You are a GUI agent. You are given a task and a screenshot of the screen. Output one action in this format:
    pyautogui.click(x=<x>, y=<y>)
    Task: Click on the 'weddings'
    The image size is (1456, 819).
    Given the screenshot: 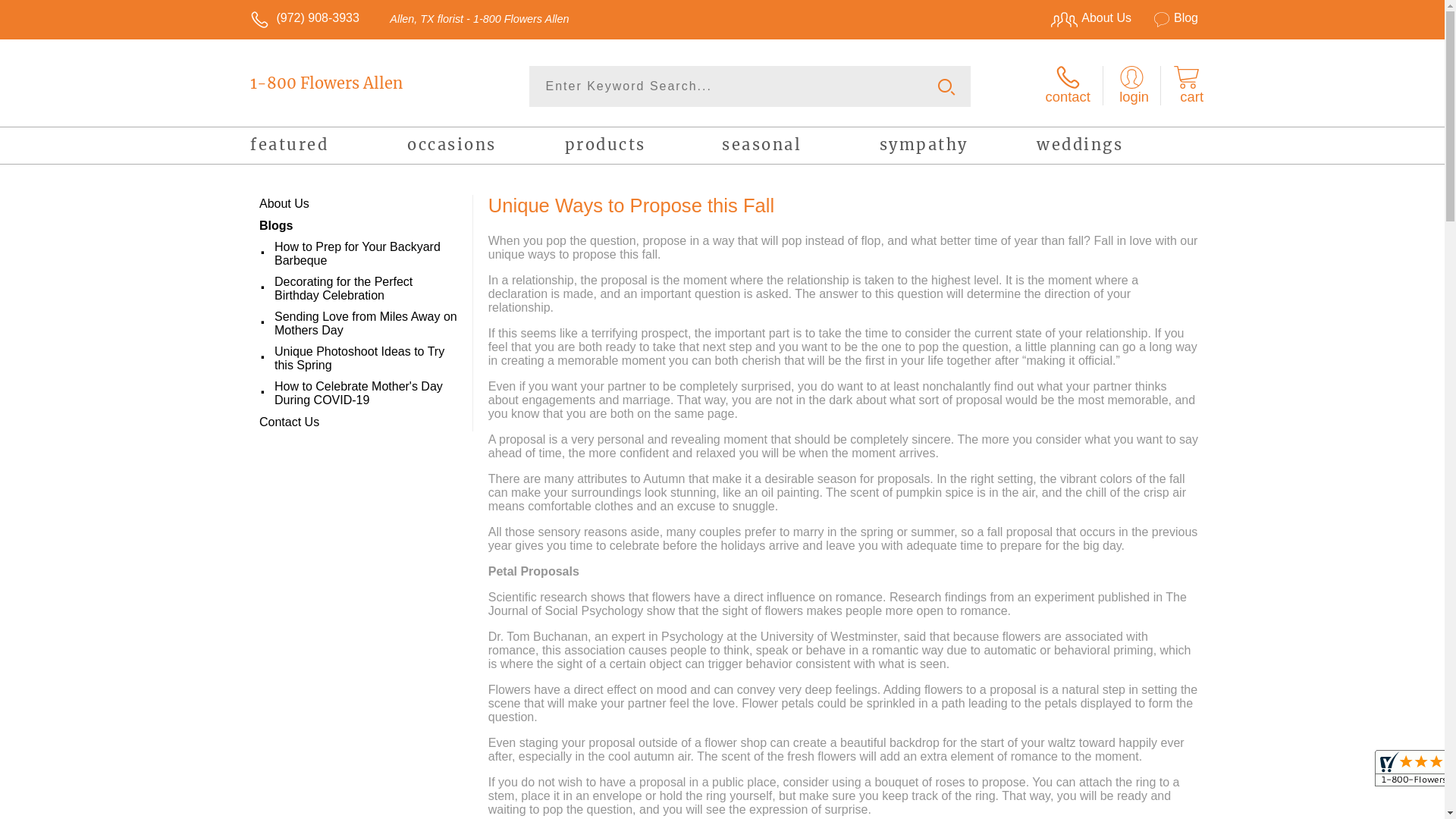 What is the action you would take?
    pyautogui.click(x=1115, y=147)
    